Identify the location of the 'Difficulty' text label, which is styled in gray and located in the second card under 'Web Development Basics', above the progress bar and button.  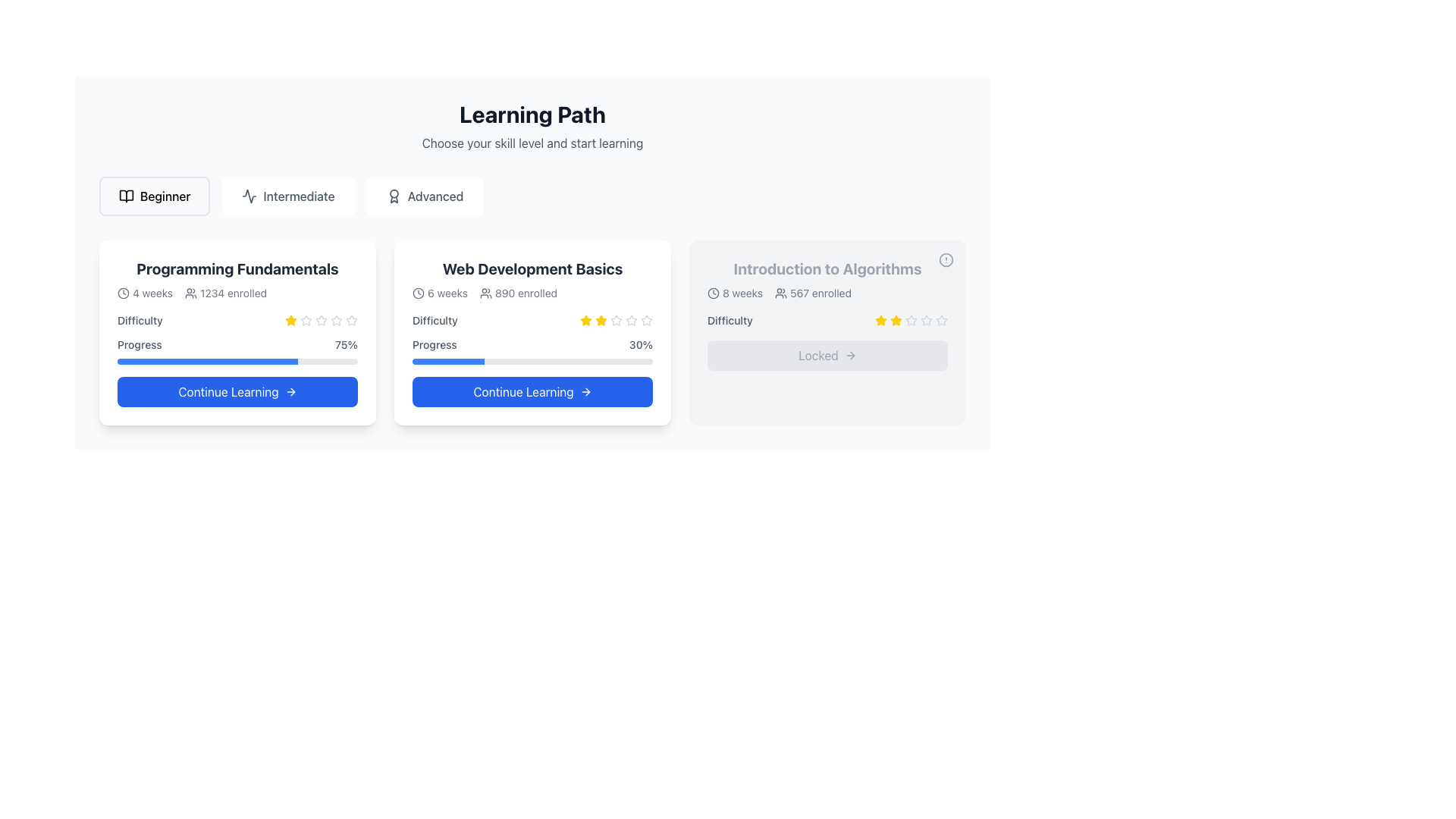
(434, 320).